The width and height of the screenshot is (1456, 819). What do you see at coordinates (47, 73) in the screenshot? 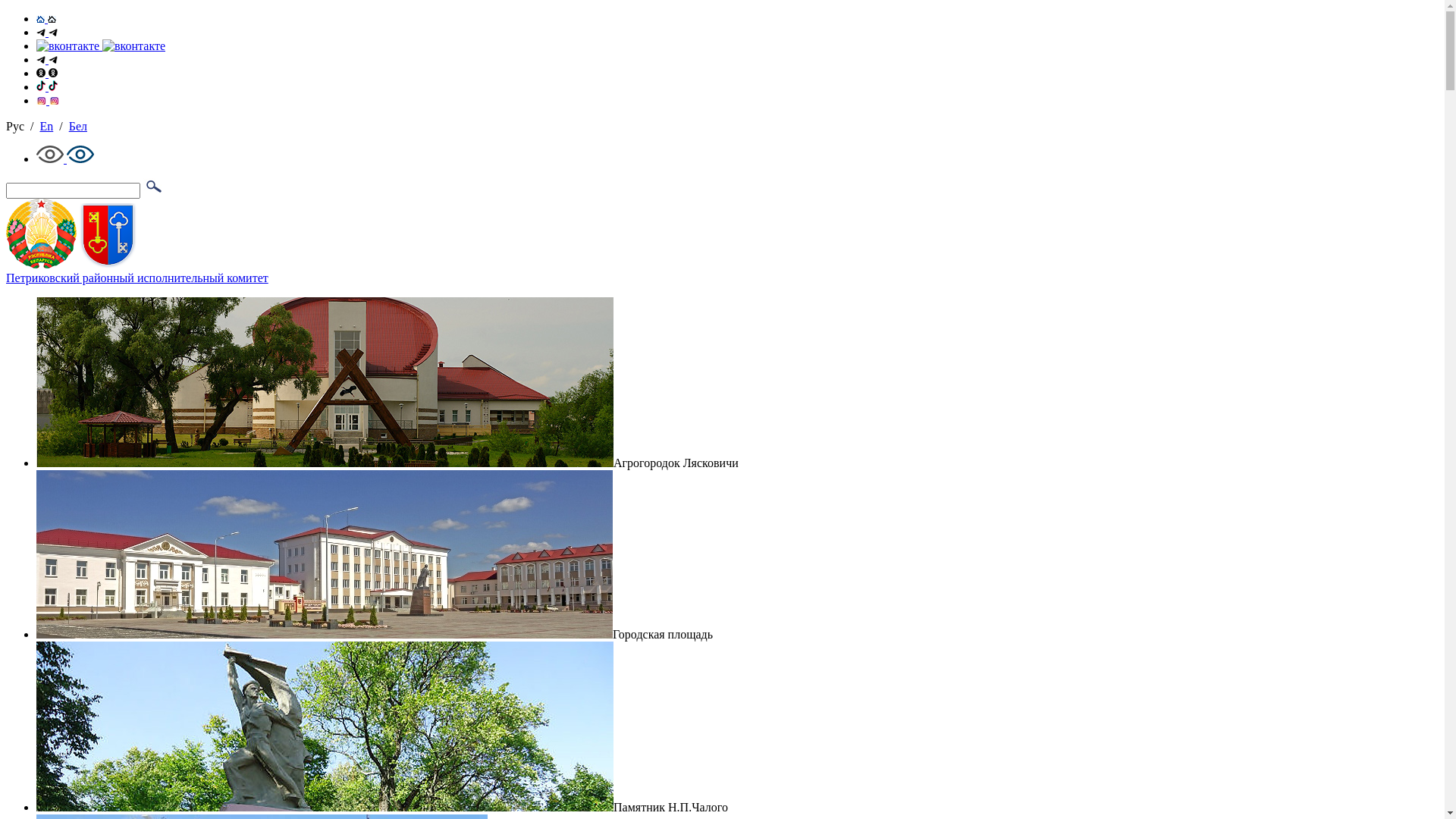
I see `'OK'` at bounding box center [47, 73].